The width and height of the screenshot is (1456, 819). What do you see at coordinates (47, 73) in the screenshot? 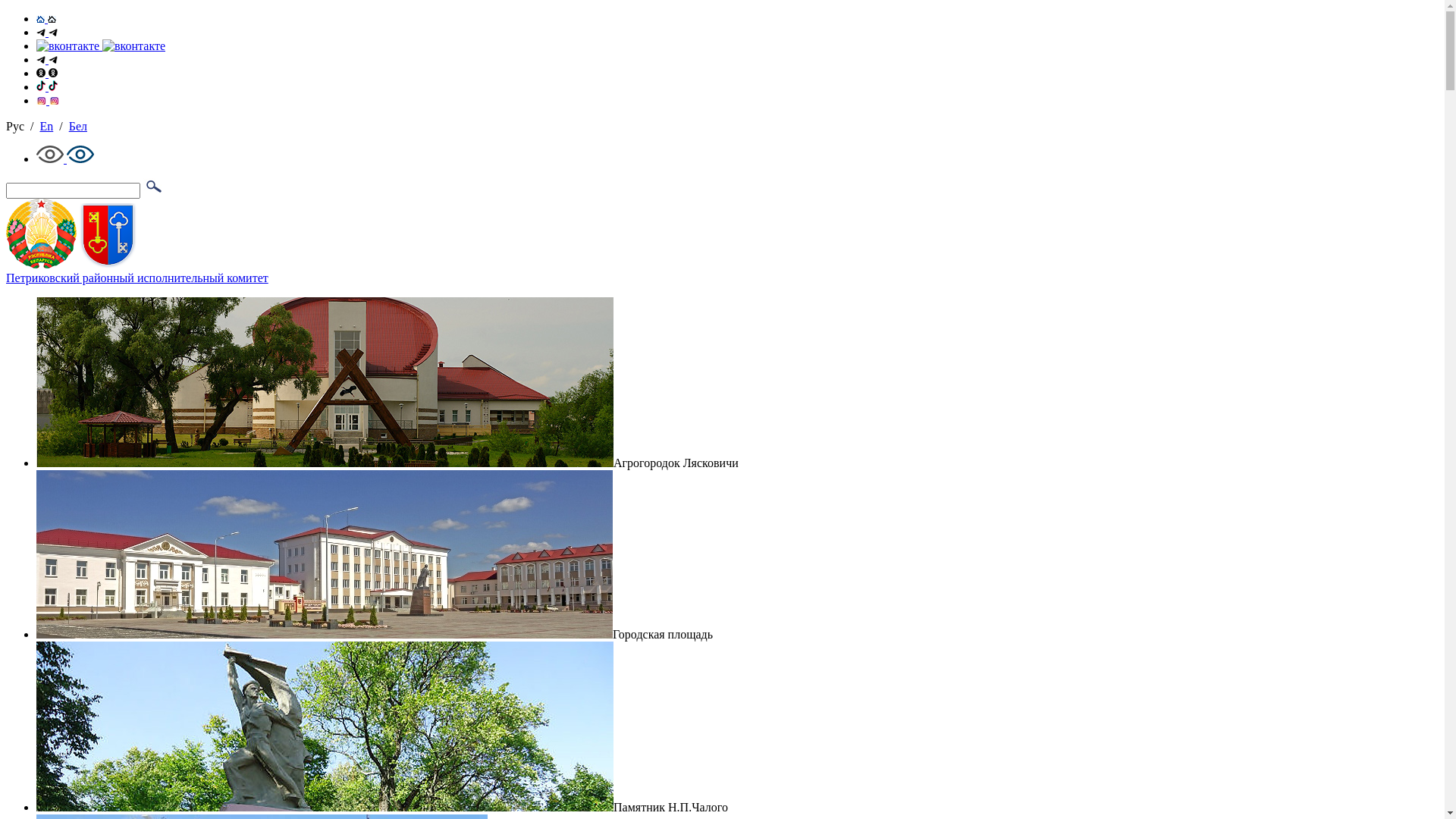
I see `'OK'` at bounding box center [47, 73].